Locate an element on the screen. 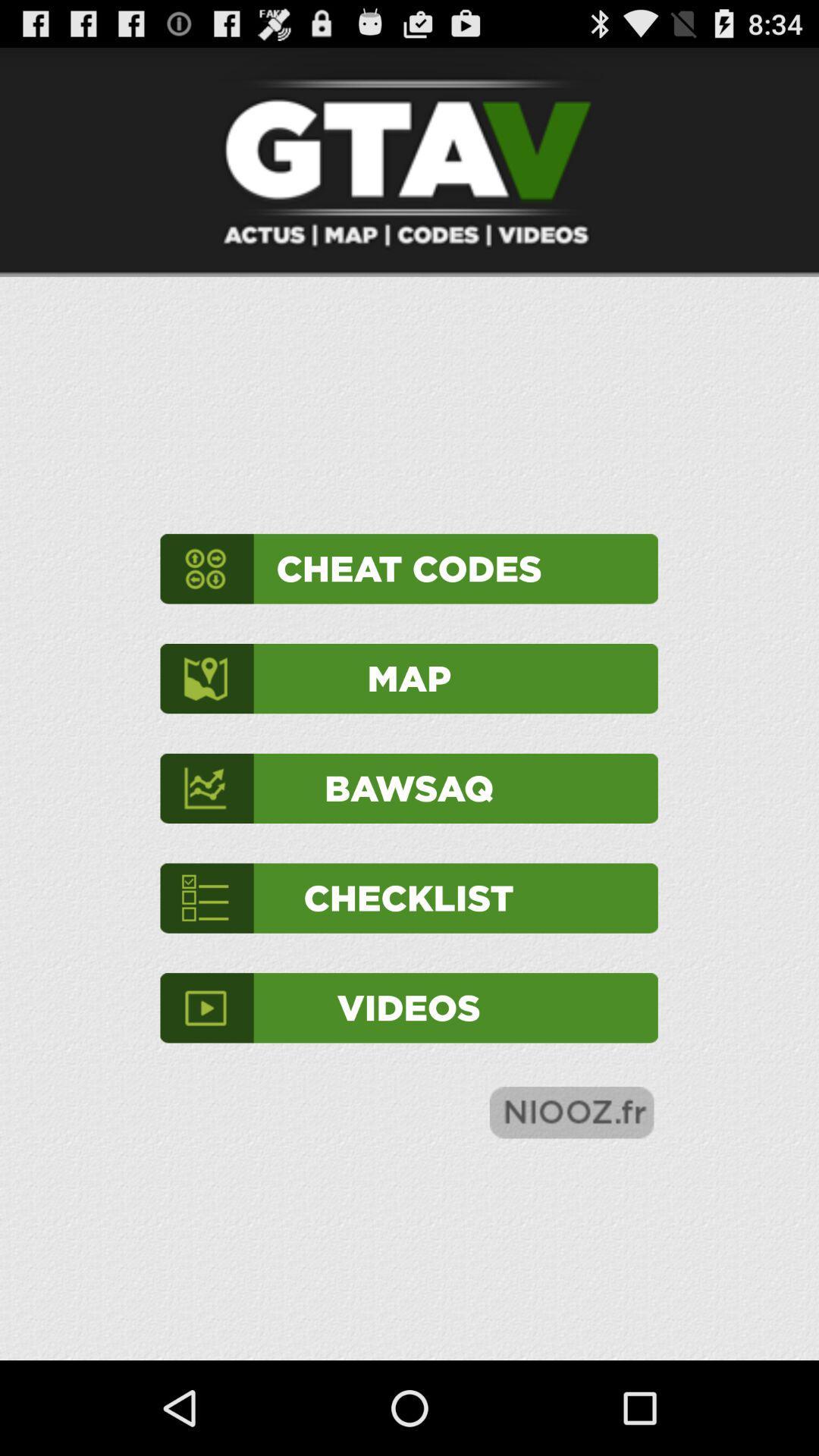 Image resolution: width=819 pixels, height=1456 pixels. the map item is located at coordinates (408, 678).